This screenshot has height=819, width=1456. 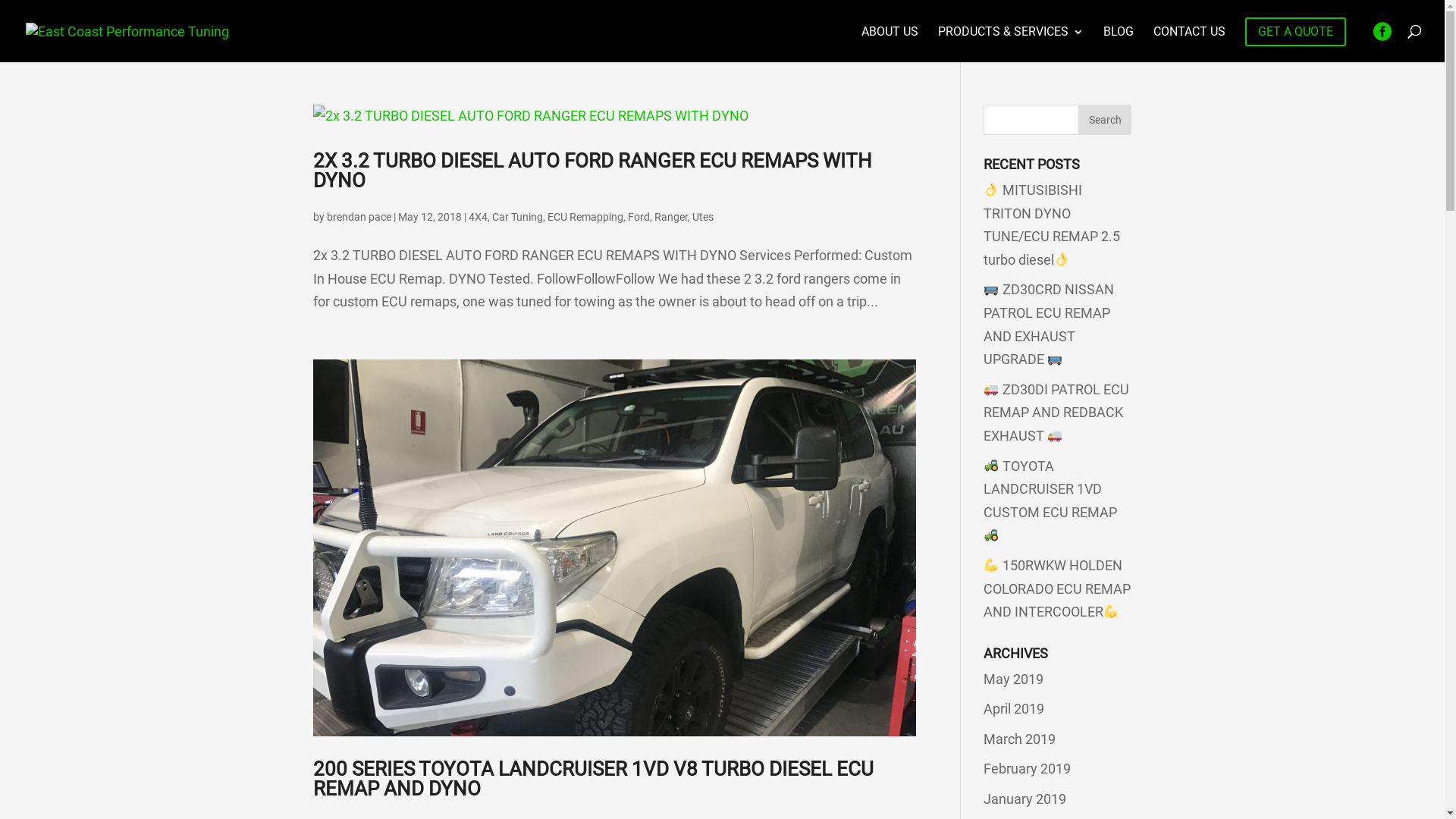 I want to click on 'January 2019', so click(x=1025, y=798).